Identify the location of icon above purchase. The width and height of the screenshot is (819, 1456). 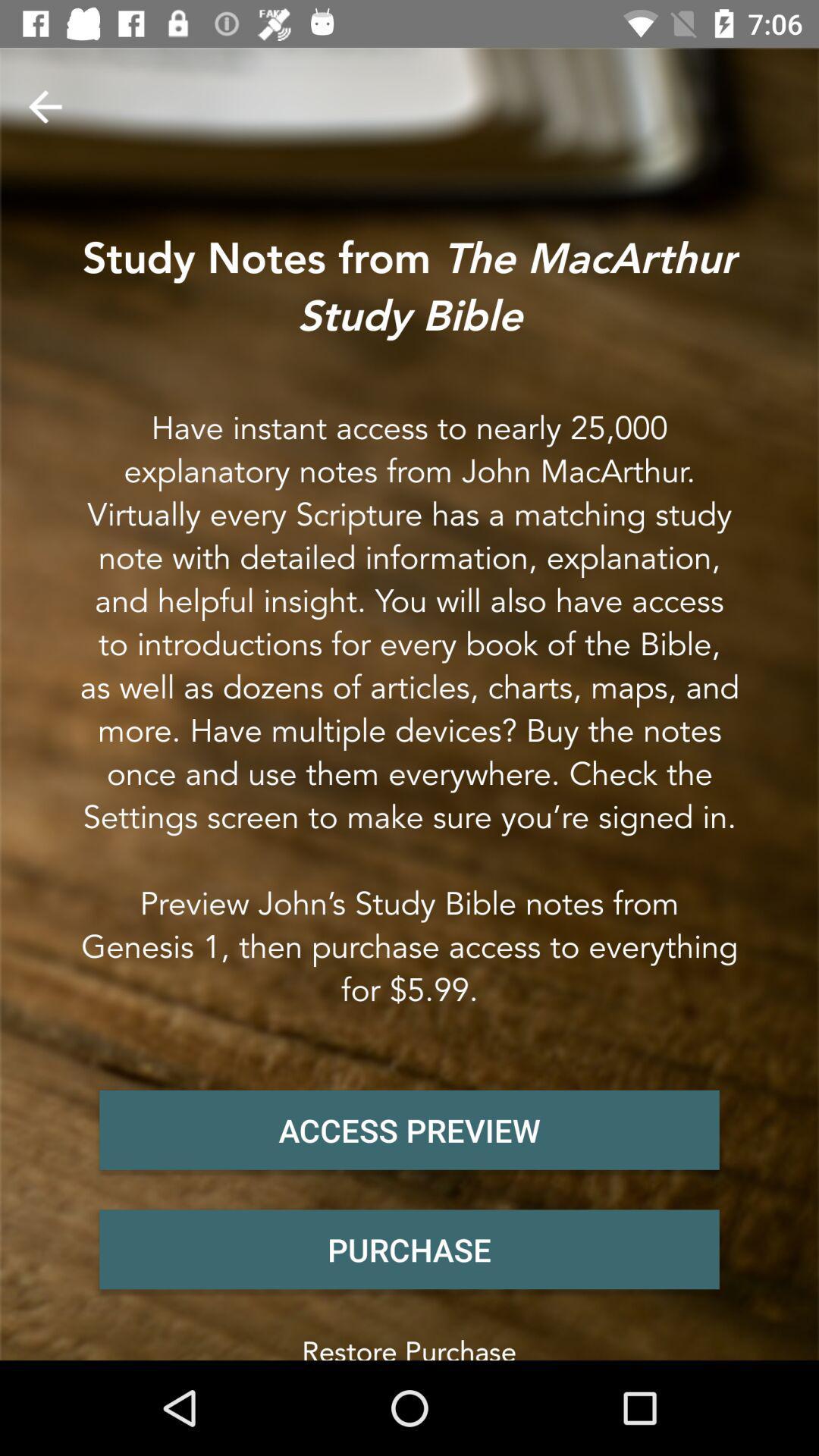
(409, 1130).